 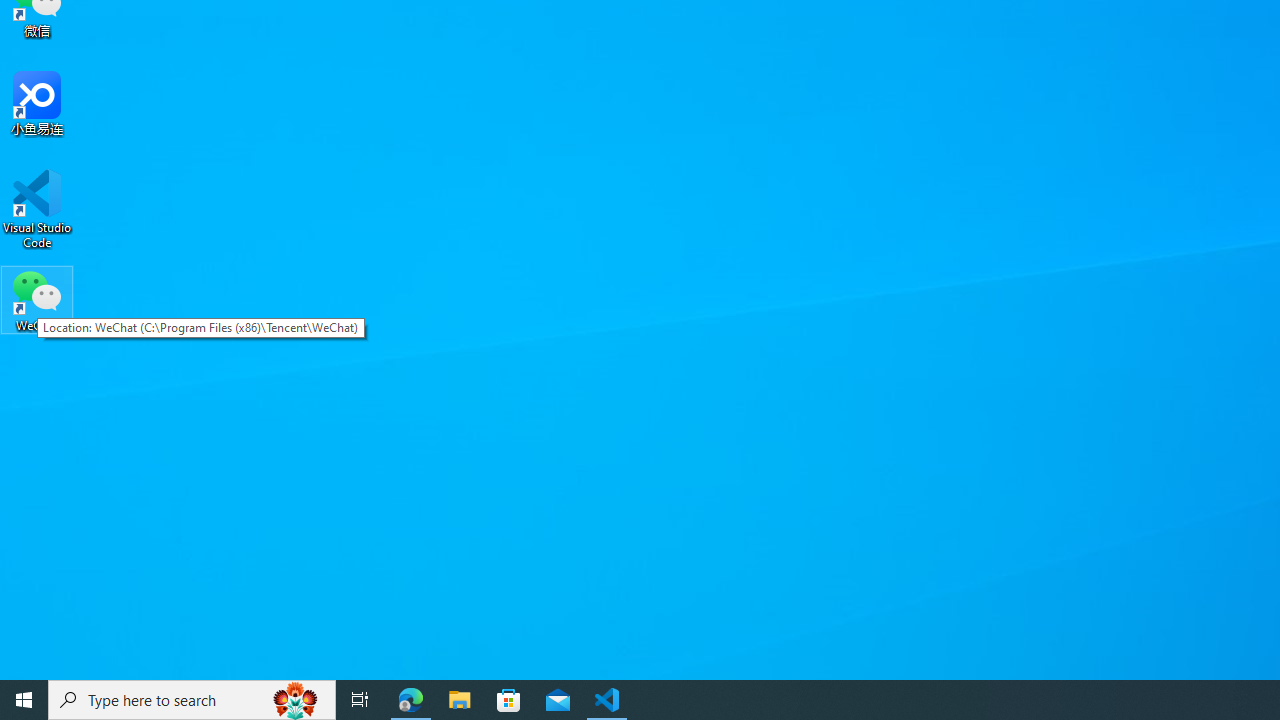 I want to click on 'Start', so click(x=24, y=698).